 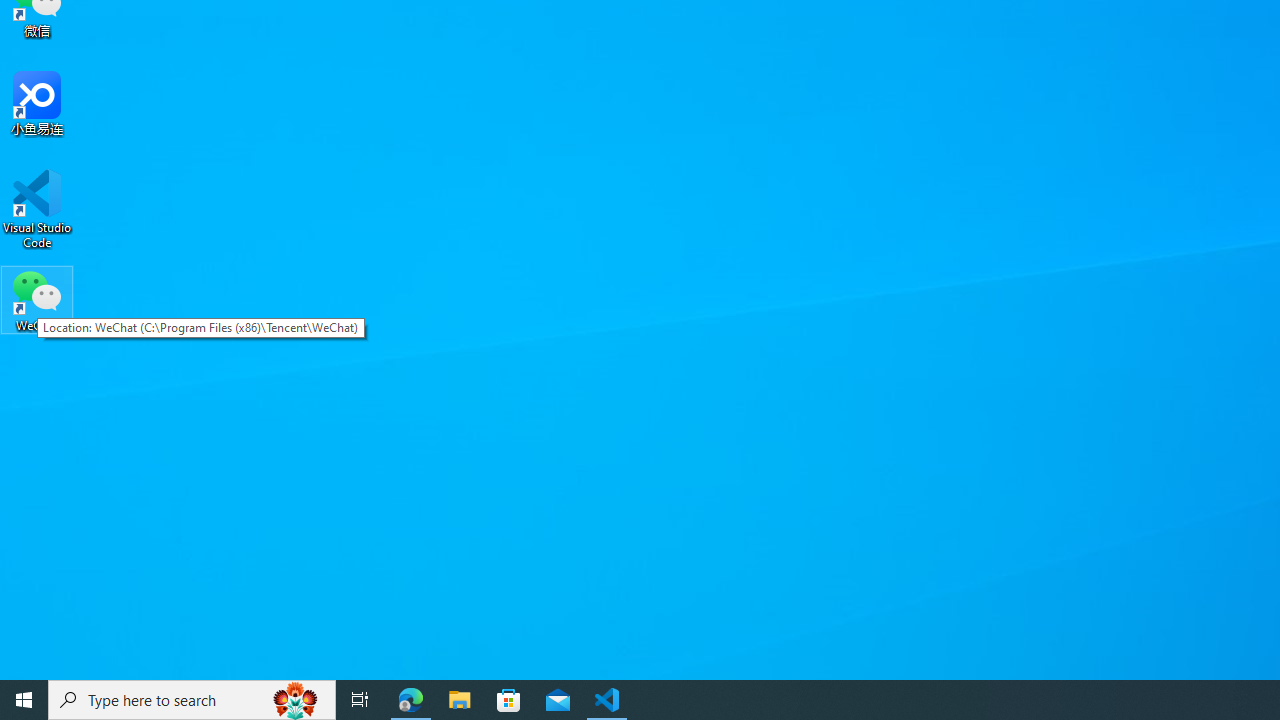 I want to click on 'Start', so click(x=24, y=698).